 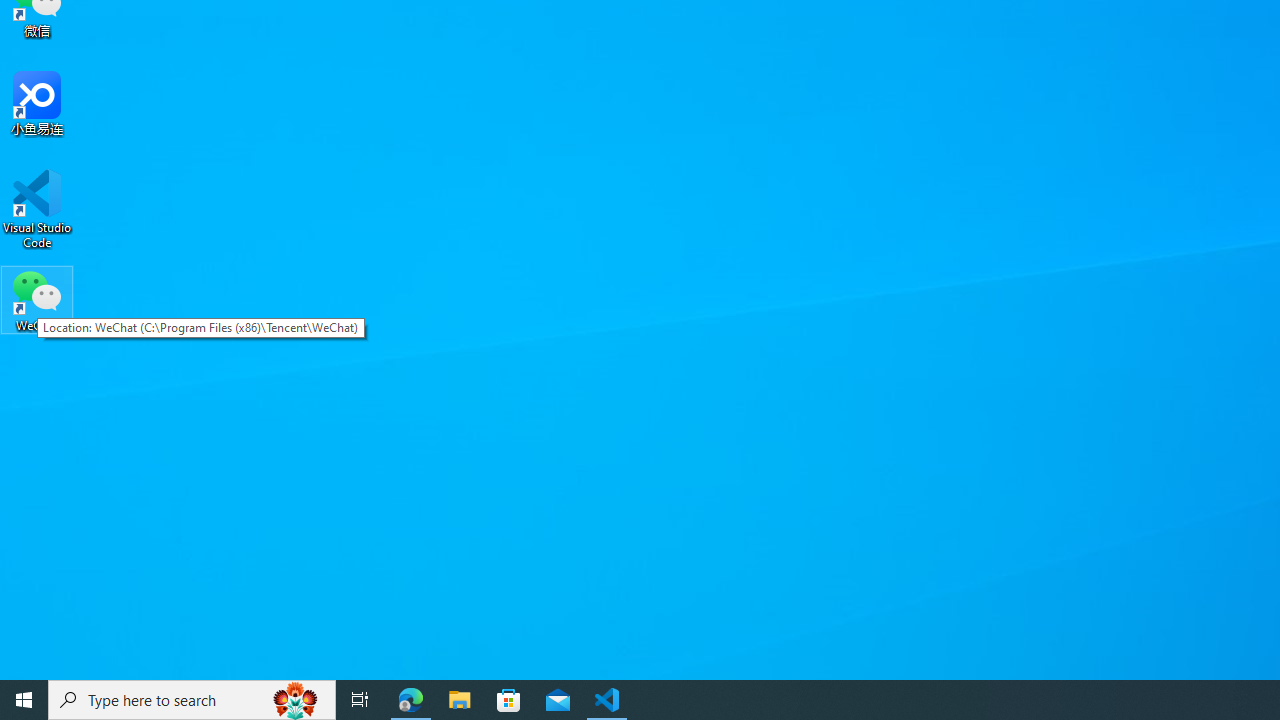 I want to click on 'Start', so click(x=24, y=698).